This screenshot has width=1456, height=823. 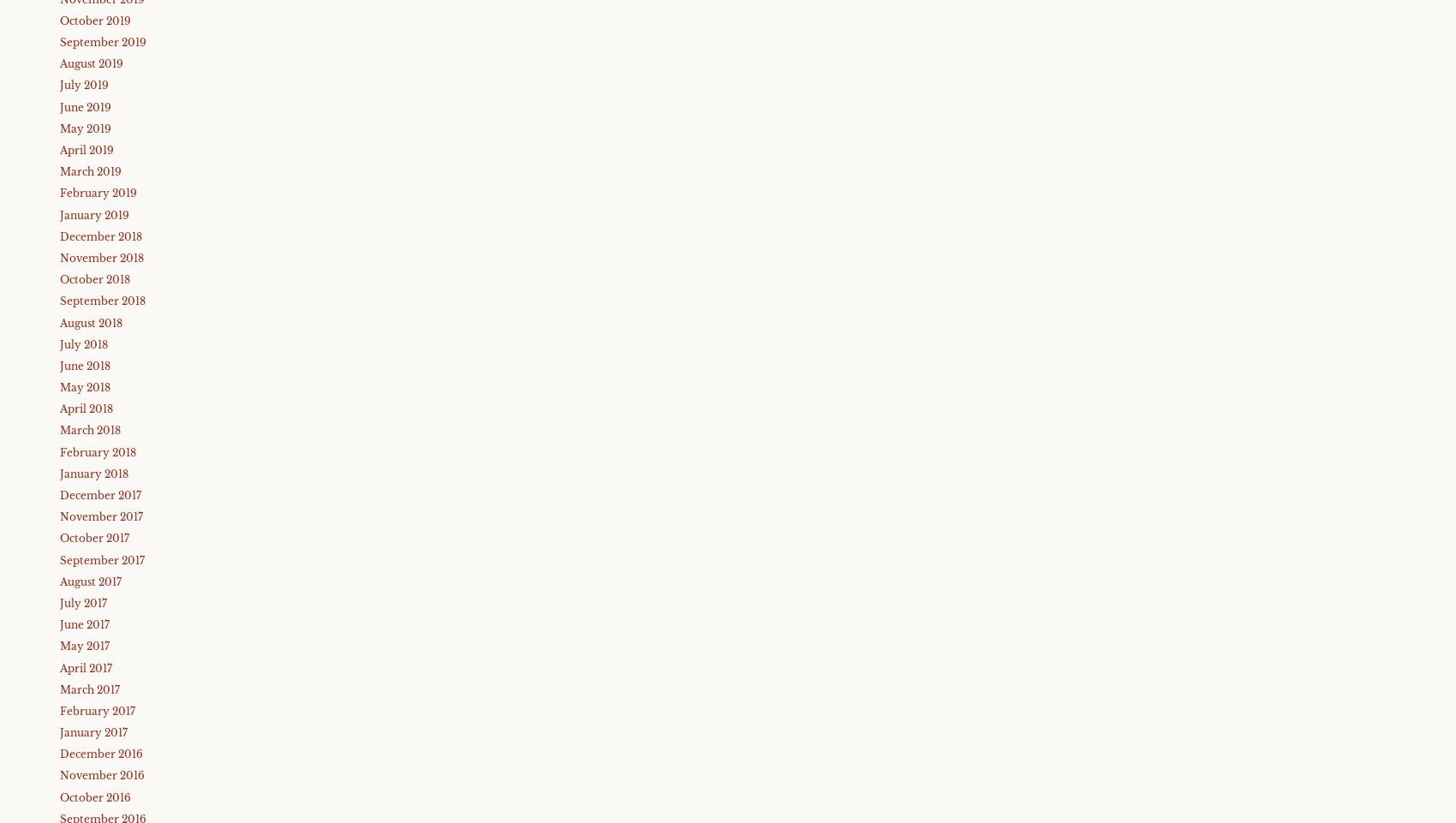 I want to click on 'June 2017', so click(x=84, y=624).